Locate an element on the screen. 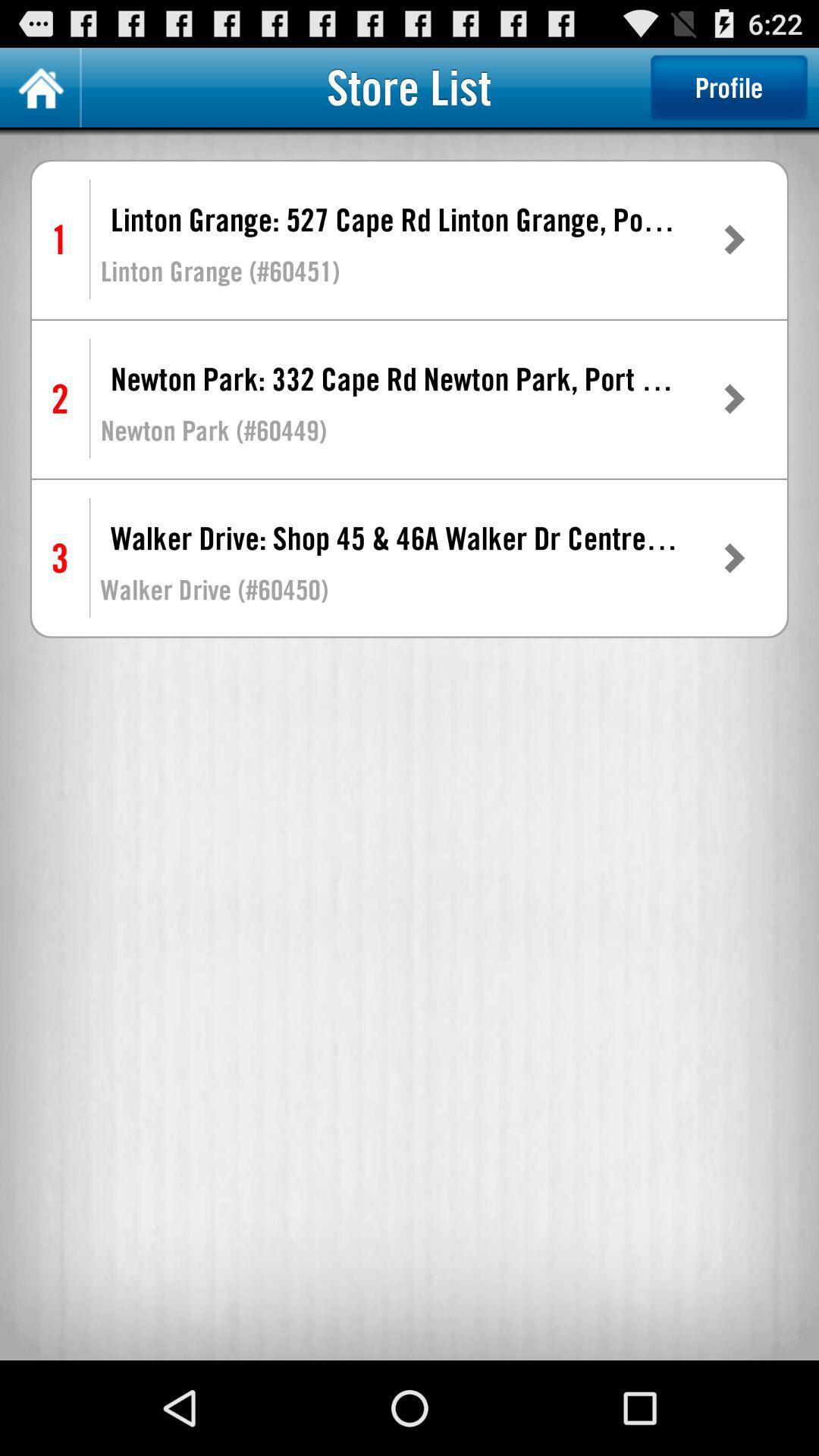 This screenshot has height=1456, width=819. the profile is located at coordinates (728, 86).